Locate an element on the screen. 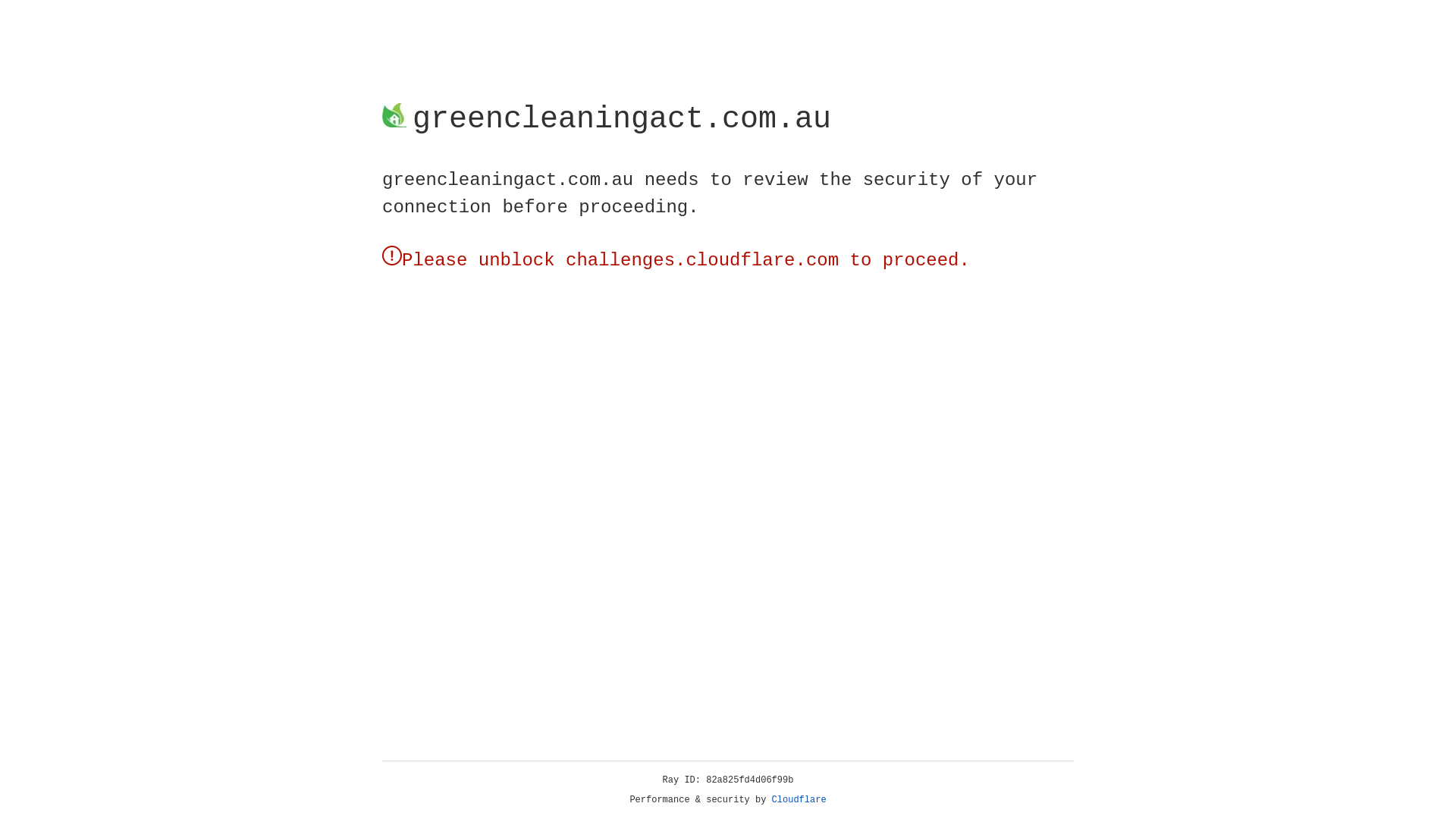  'Cloudflare' is located at coordinates (799, 799).